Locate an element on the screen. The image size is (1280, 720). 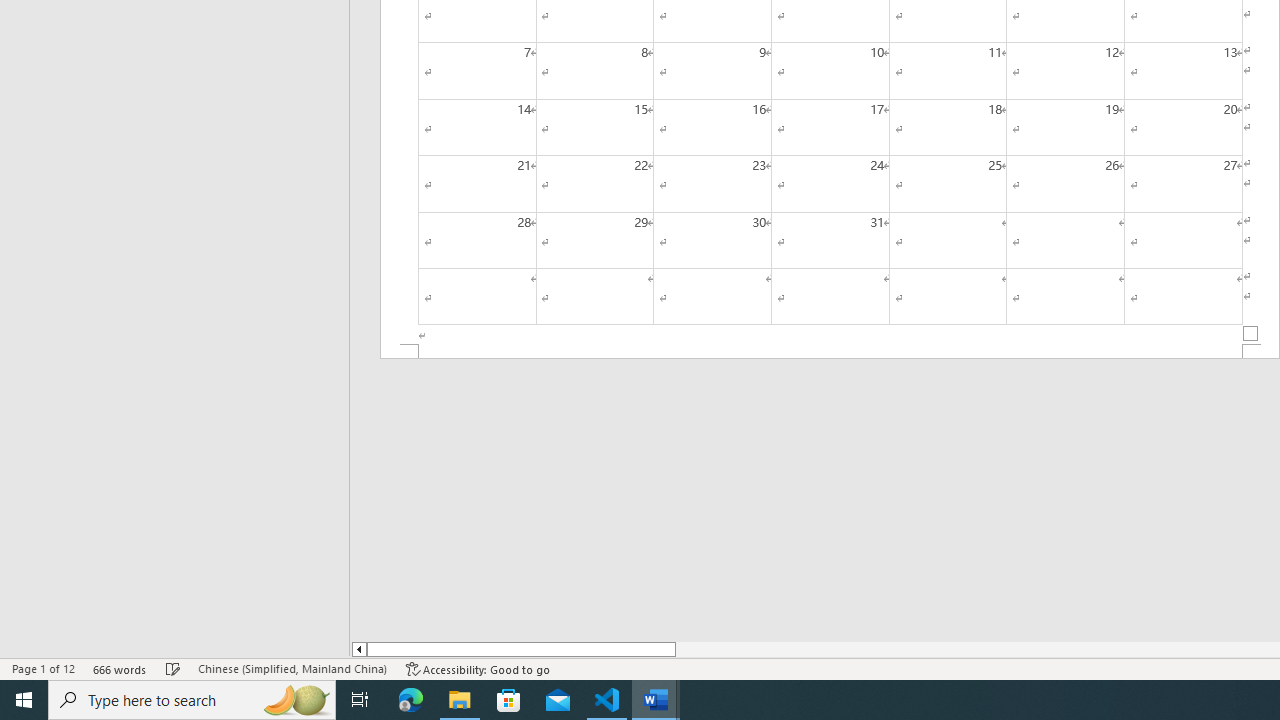
'Page Number Page 1 of 12' is located at coordinates (43, 669).